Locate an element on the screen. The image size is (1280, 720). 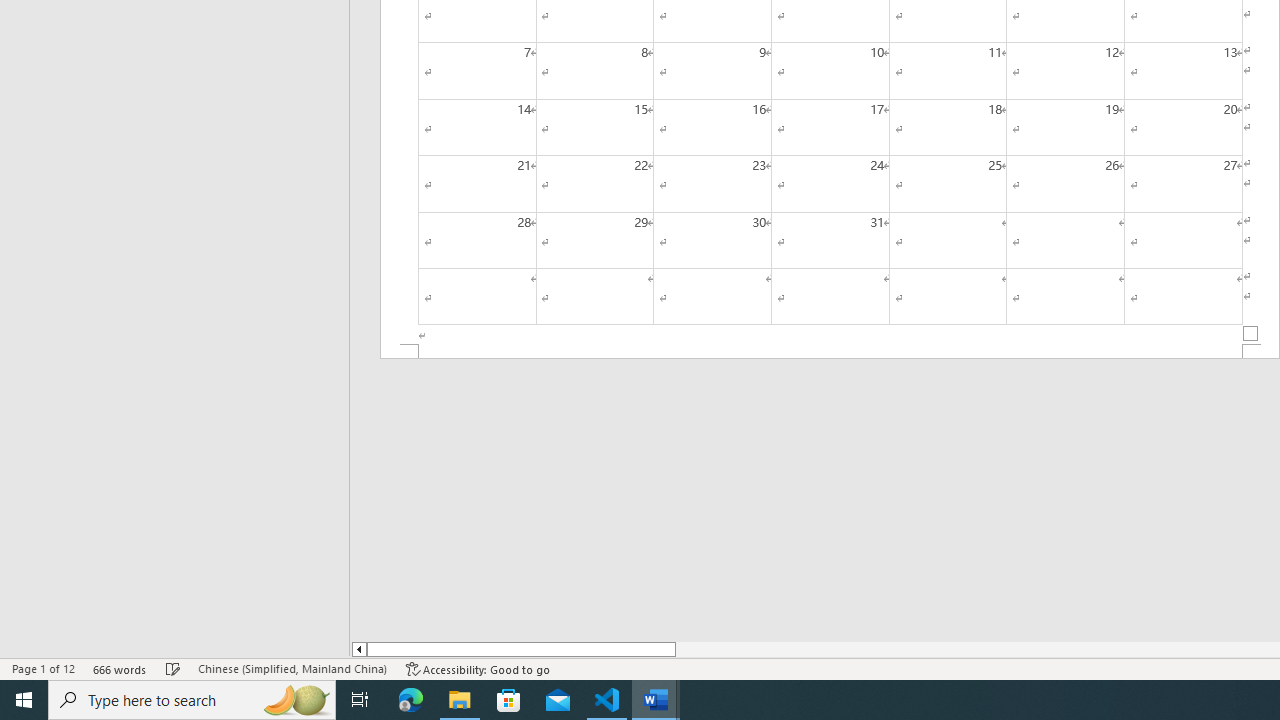
'Page Number Page 1 of 12' is located at coordinates (43, 669).